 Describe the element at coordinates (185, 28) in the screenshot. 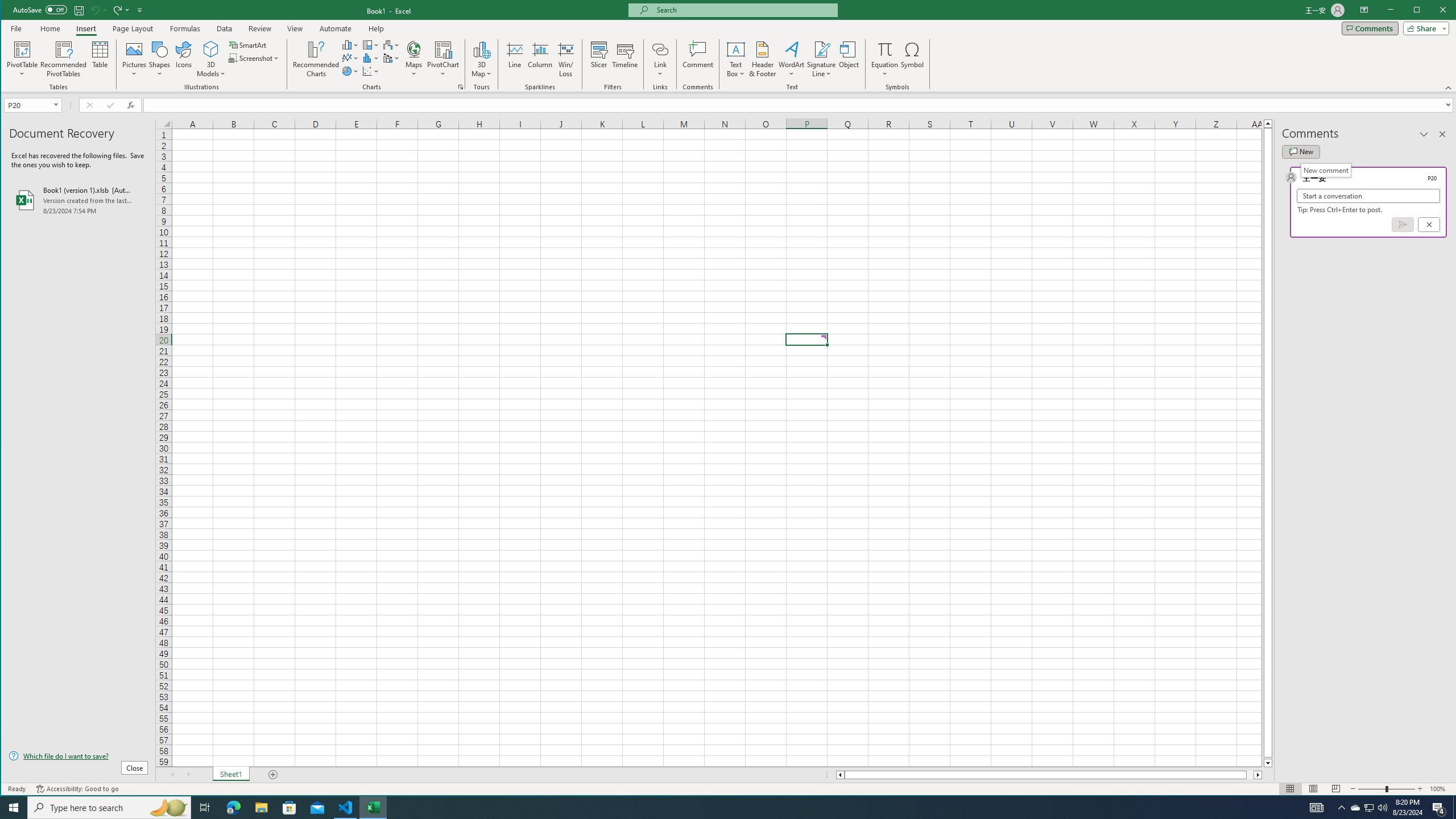

I see `'Formulas'` at that location.